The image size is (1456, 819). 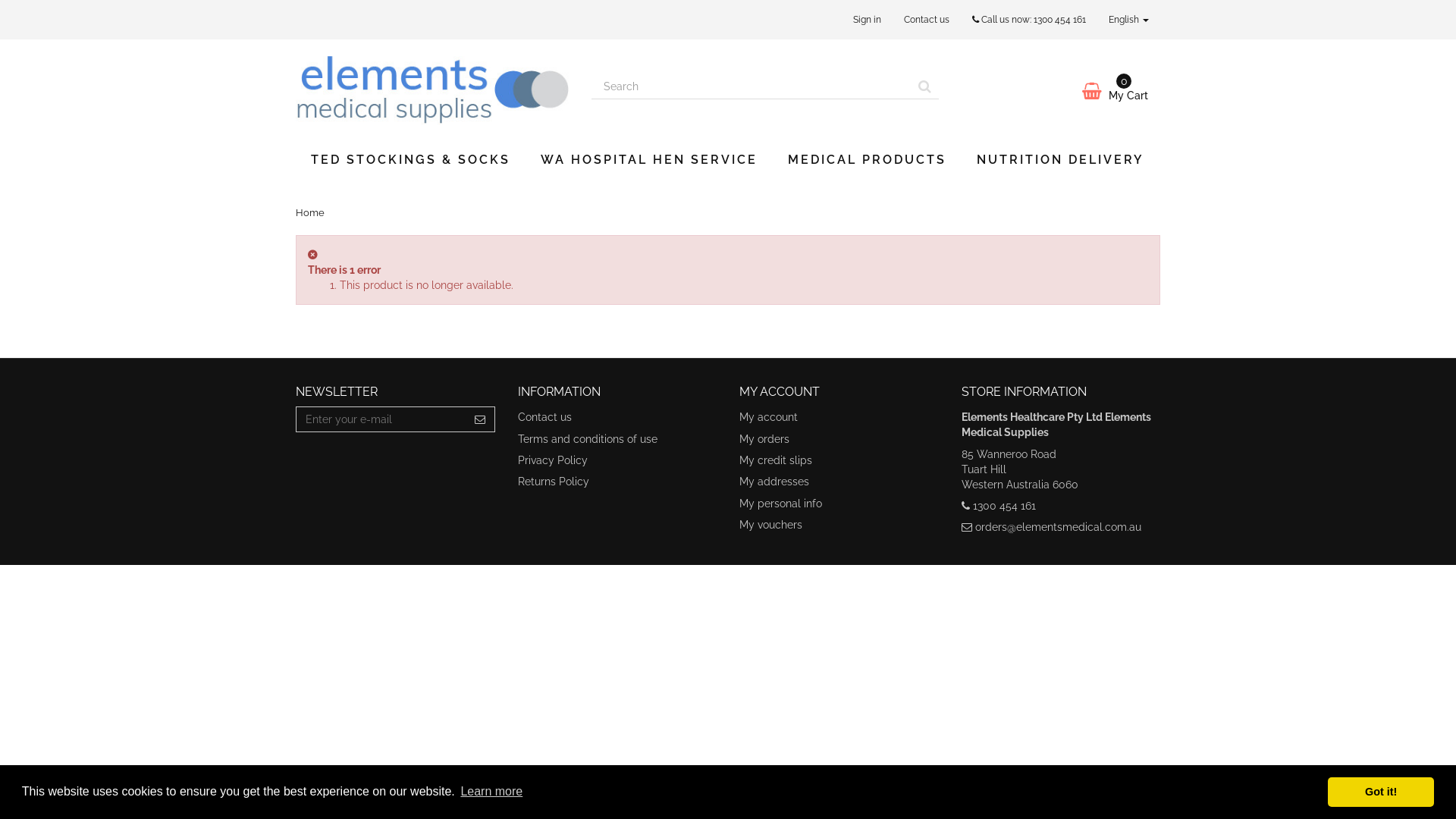 I want to click on 'Learn more', so click(x=491, y=791).